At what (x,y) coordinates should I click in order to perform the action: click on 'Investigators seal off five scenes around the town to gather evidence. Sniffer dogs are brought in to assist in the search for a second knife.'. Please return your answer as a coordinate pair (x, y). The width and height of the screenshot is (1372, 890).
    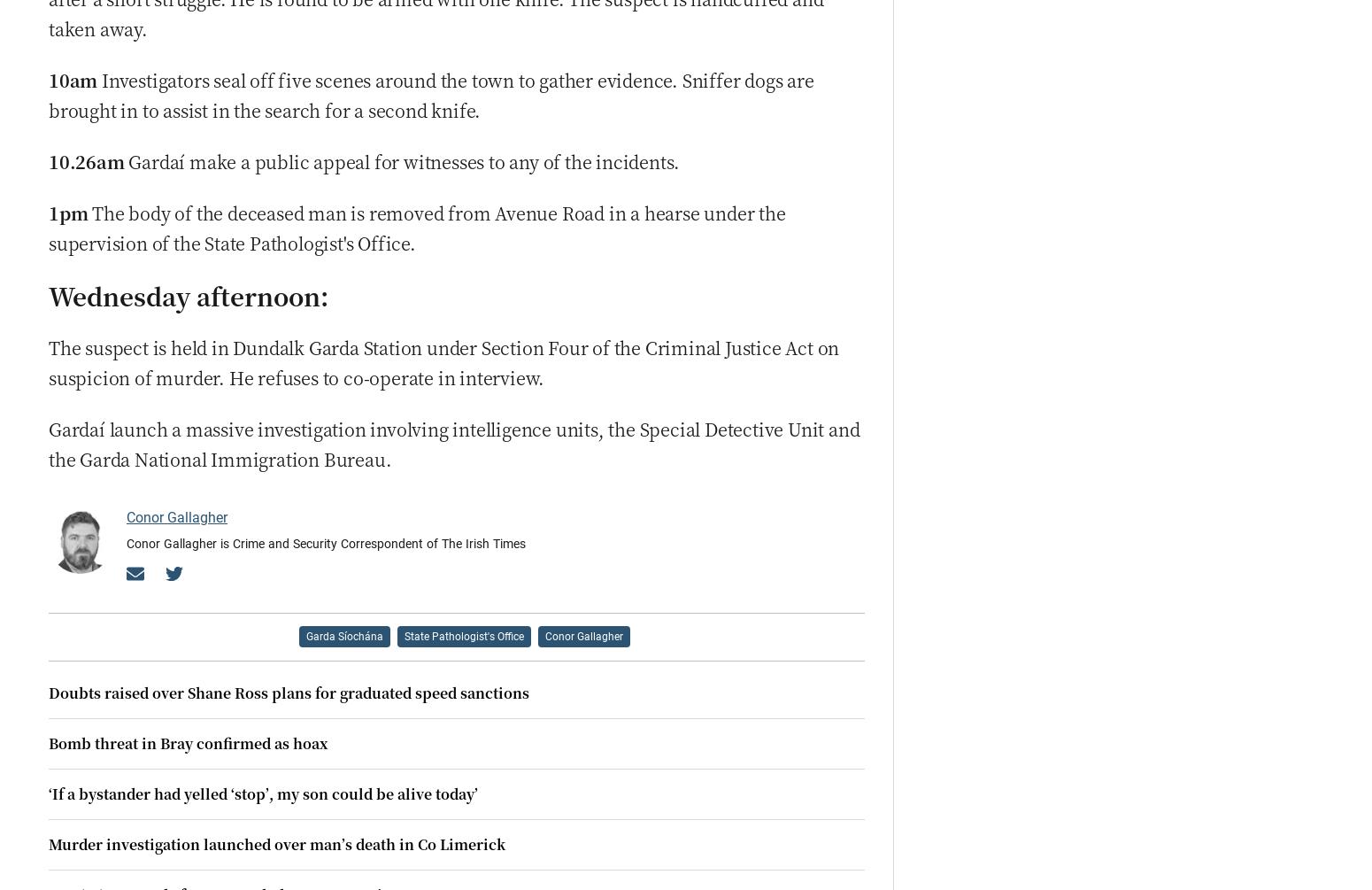
    Looking at the image, I should click on (48, 94).